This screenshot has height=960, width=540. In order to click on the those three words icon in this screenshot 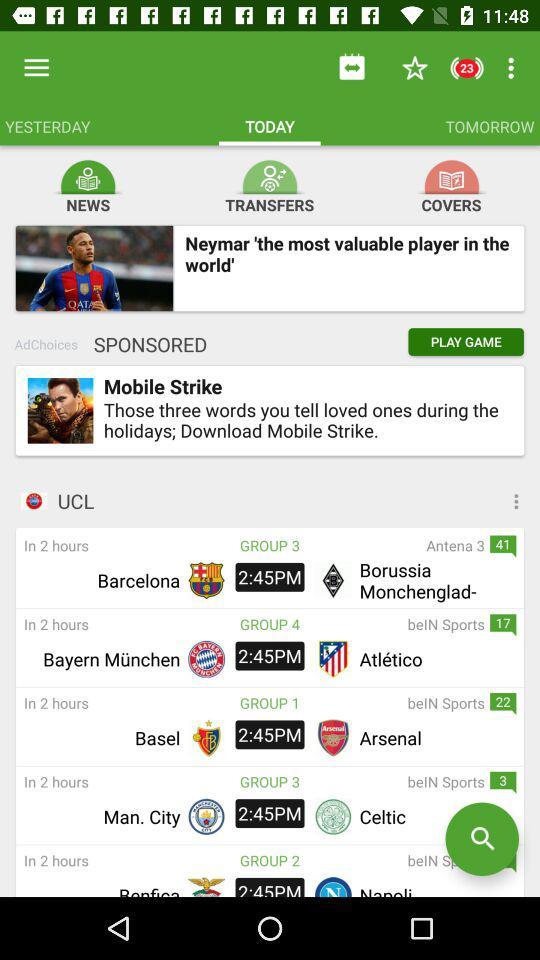, I will do `click(301, 419)`.